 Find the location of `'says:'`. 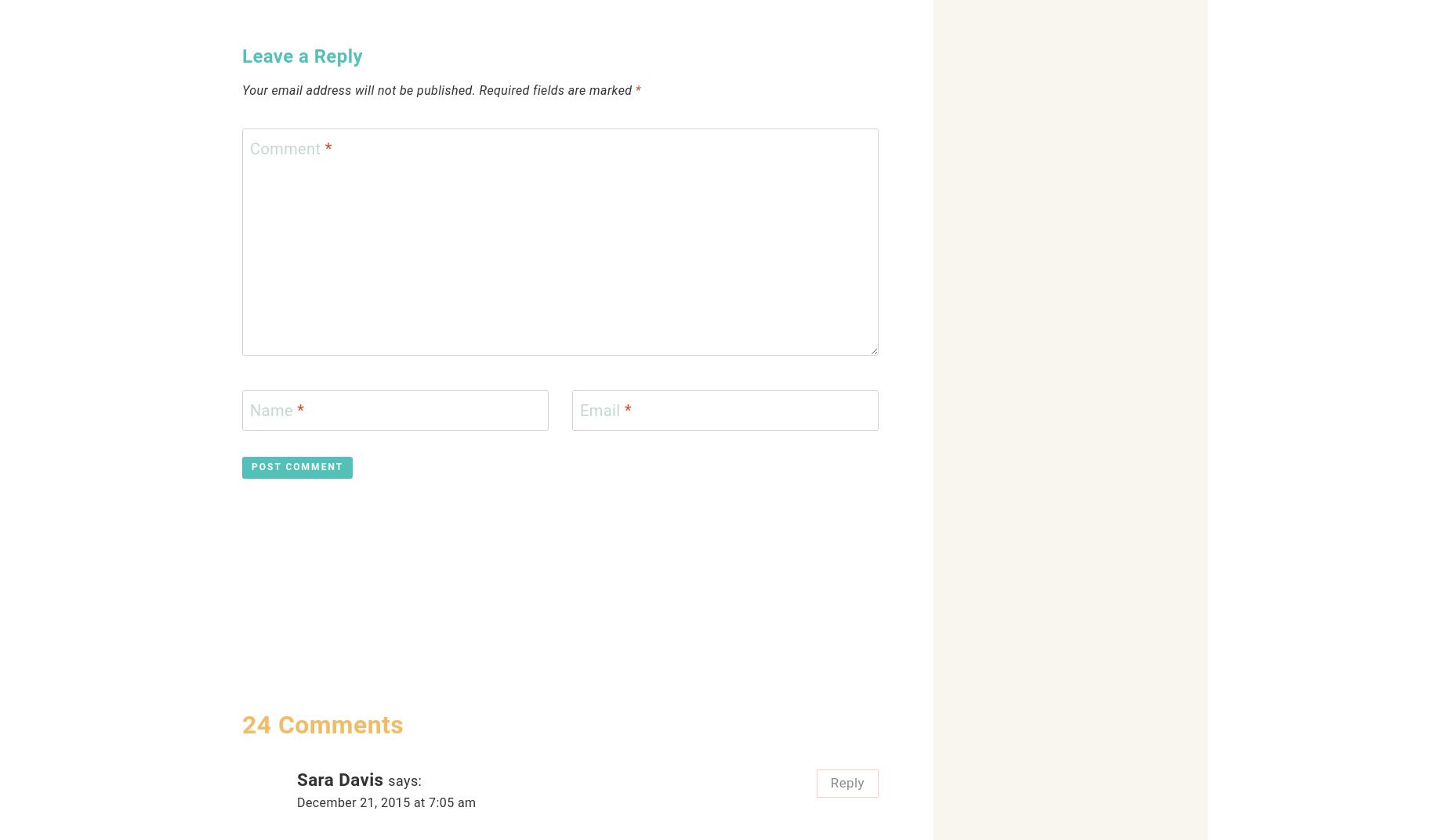

'says:' is located at coordinates (404, 780).